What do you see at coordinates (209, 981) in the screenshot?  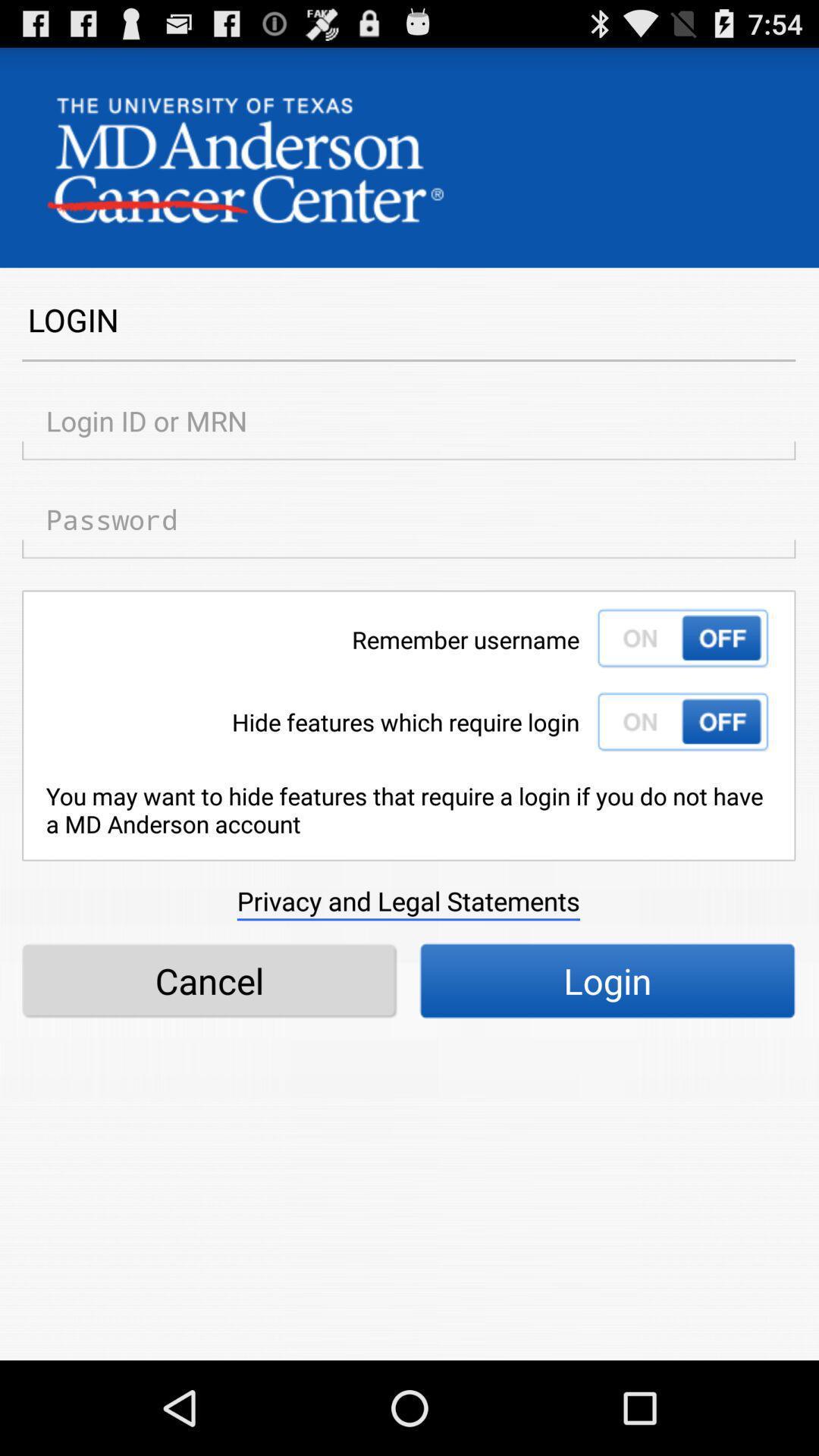 I see `cancel icon` at bounding box center [209, 981].